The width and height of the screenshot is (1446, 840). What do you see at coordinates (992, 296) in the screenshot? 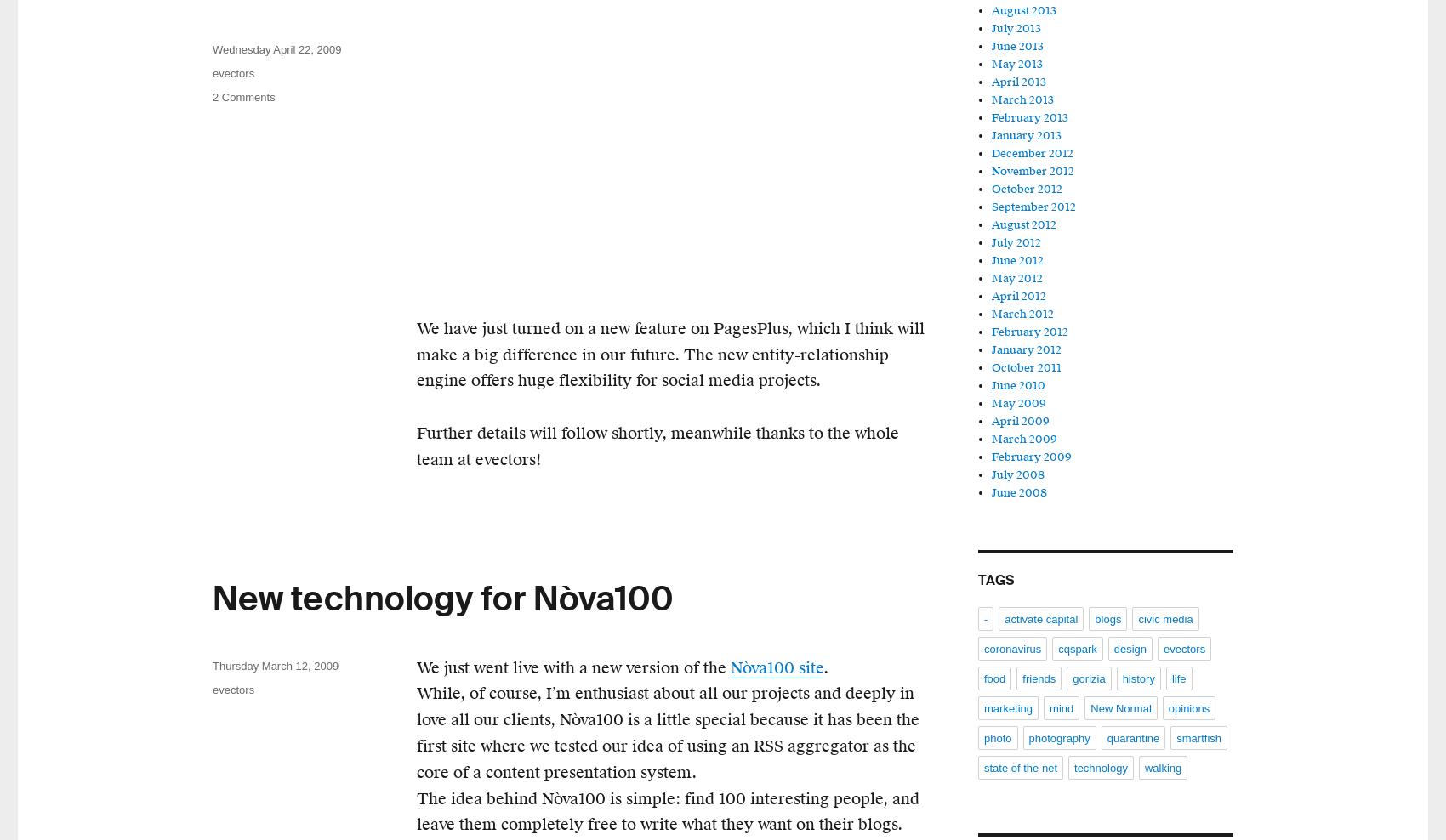
I see `'April 2012'` at bounding box center [992, 296].